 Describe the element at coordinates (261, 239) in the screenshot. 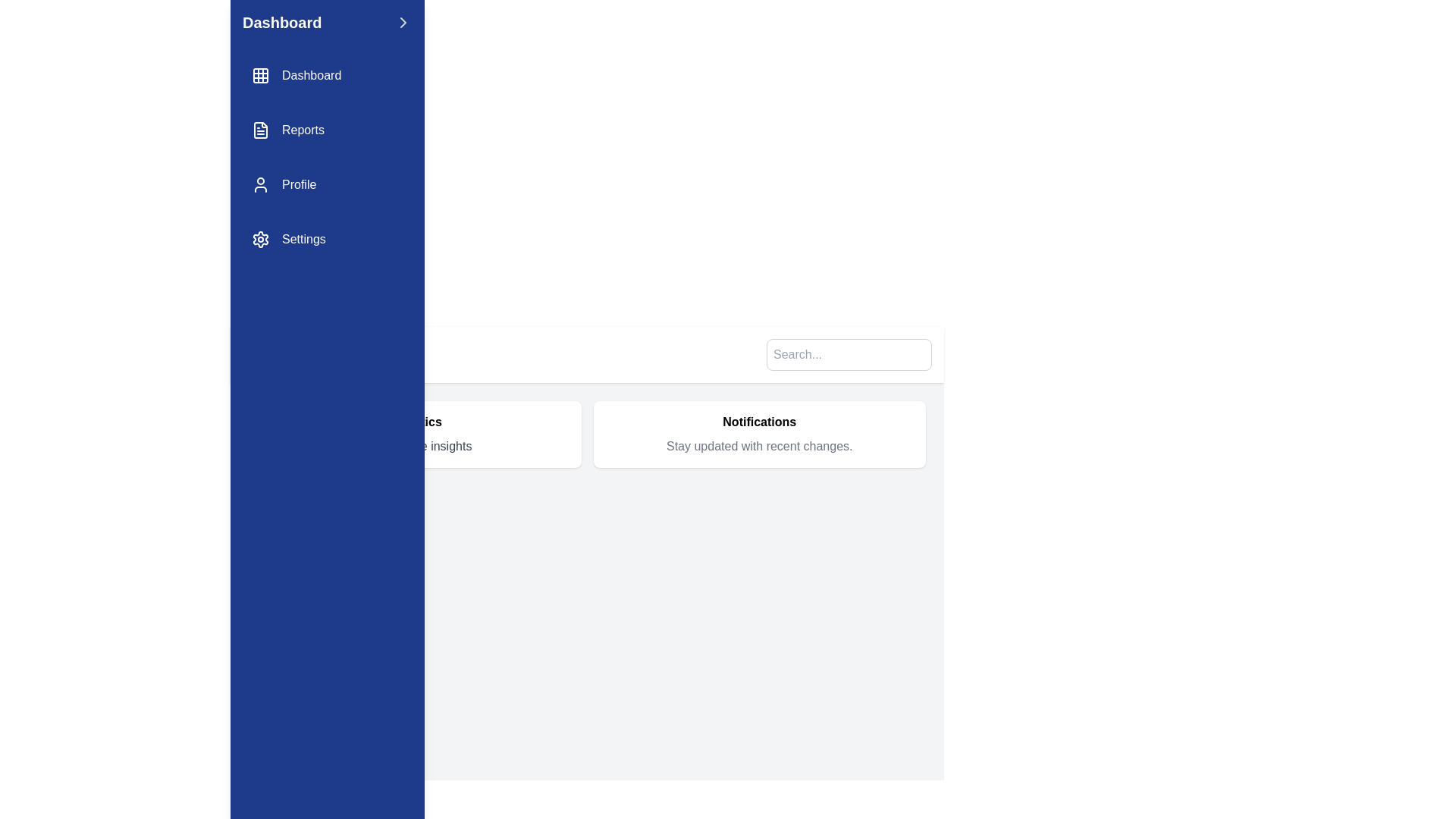

I see `the gear icon located at the top of the 'Settings' menu item in the vertical navigation pane` at that location.